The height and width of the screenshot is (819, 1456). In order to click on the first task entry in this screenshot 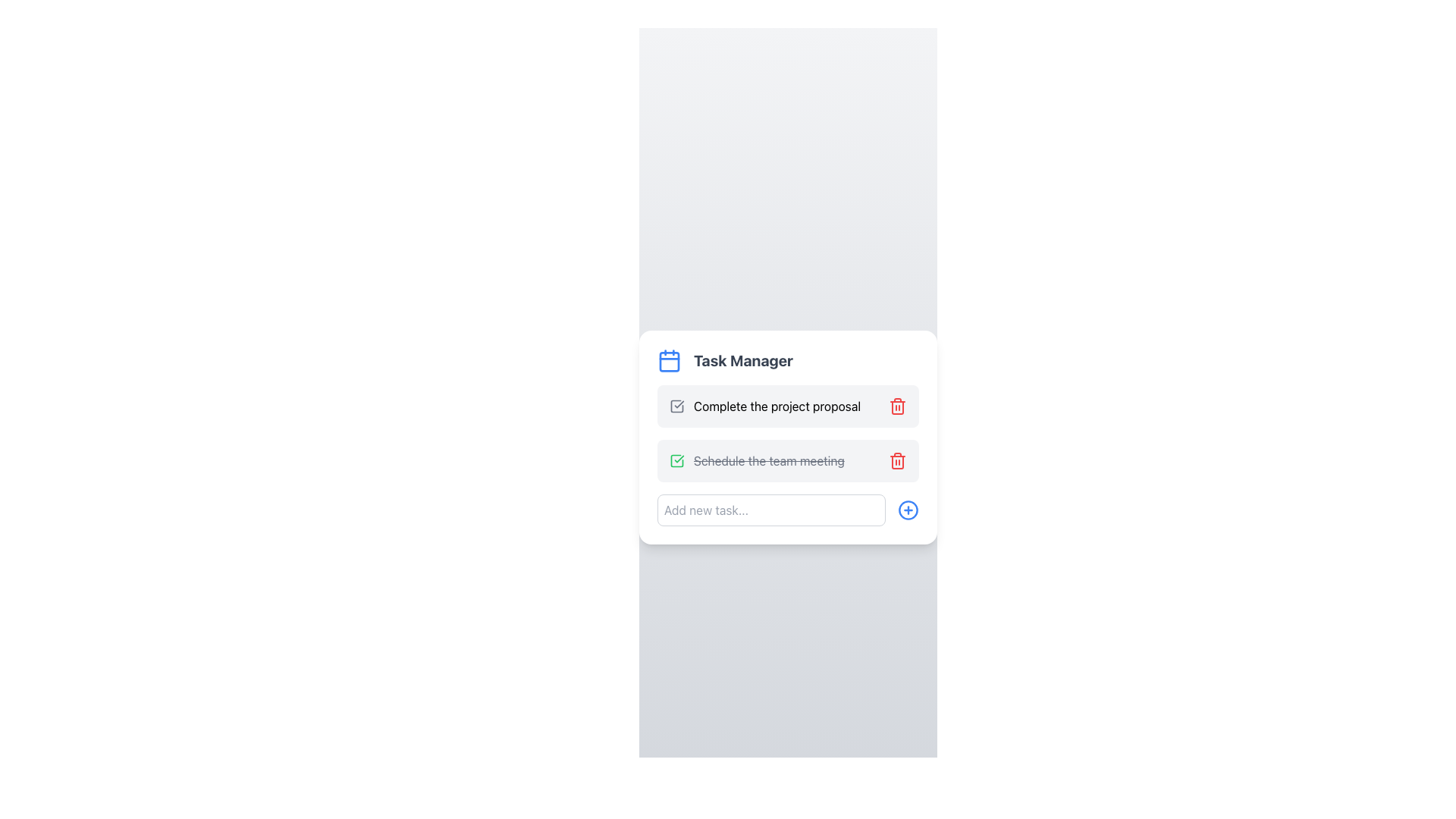, I will do `click(788, 406)`.